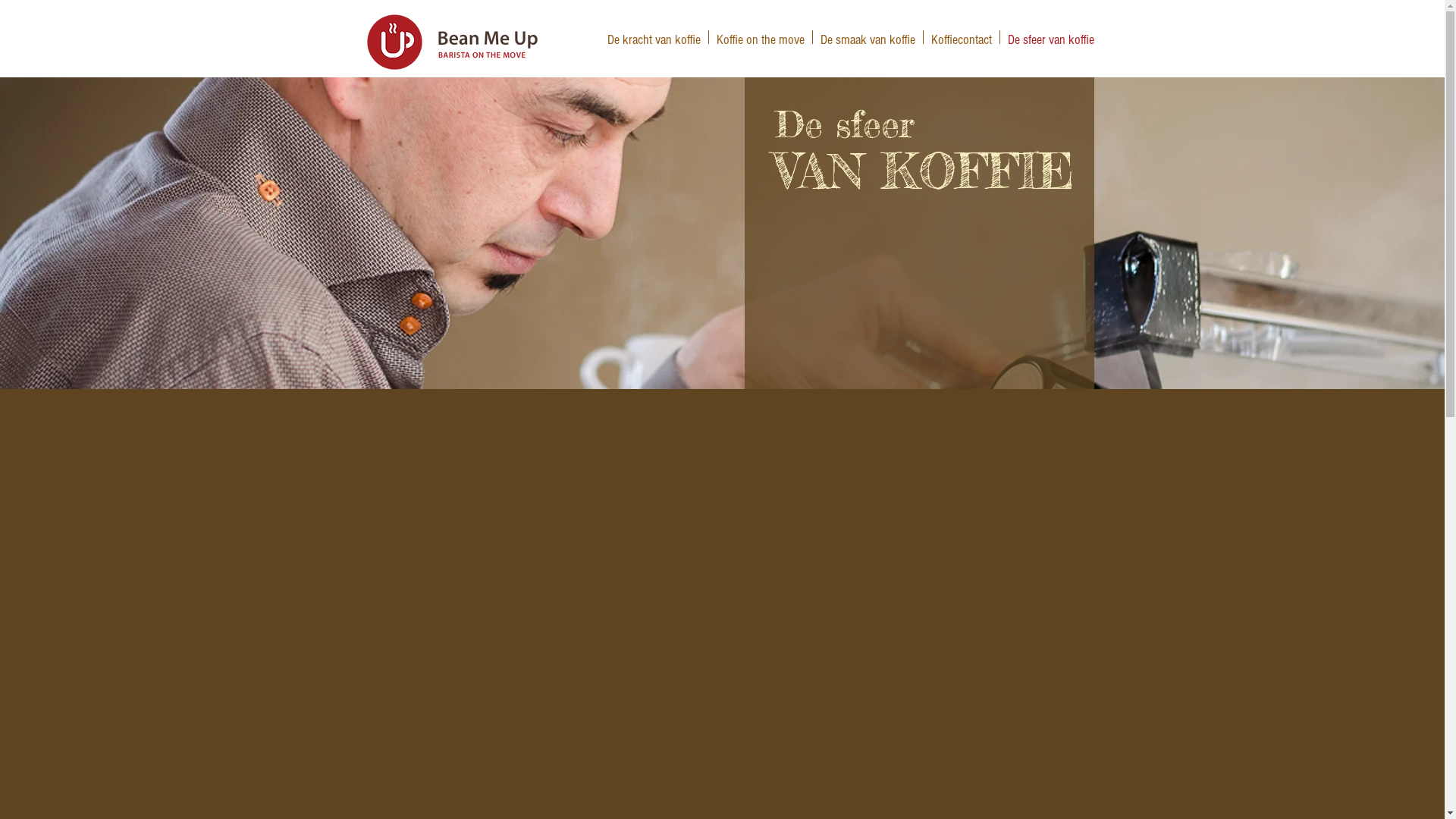 The image size is (1456, 819). I want to click on 'Koffie on the move', so click(760, 36).